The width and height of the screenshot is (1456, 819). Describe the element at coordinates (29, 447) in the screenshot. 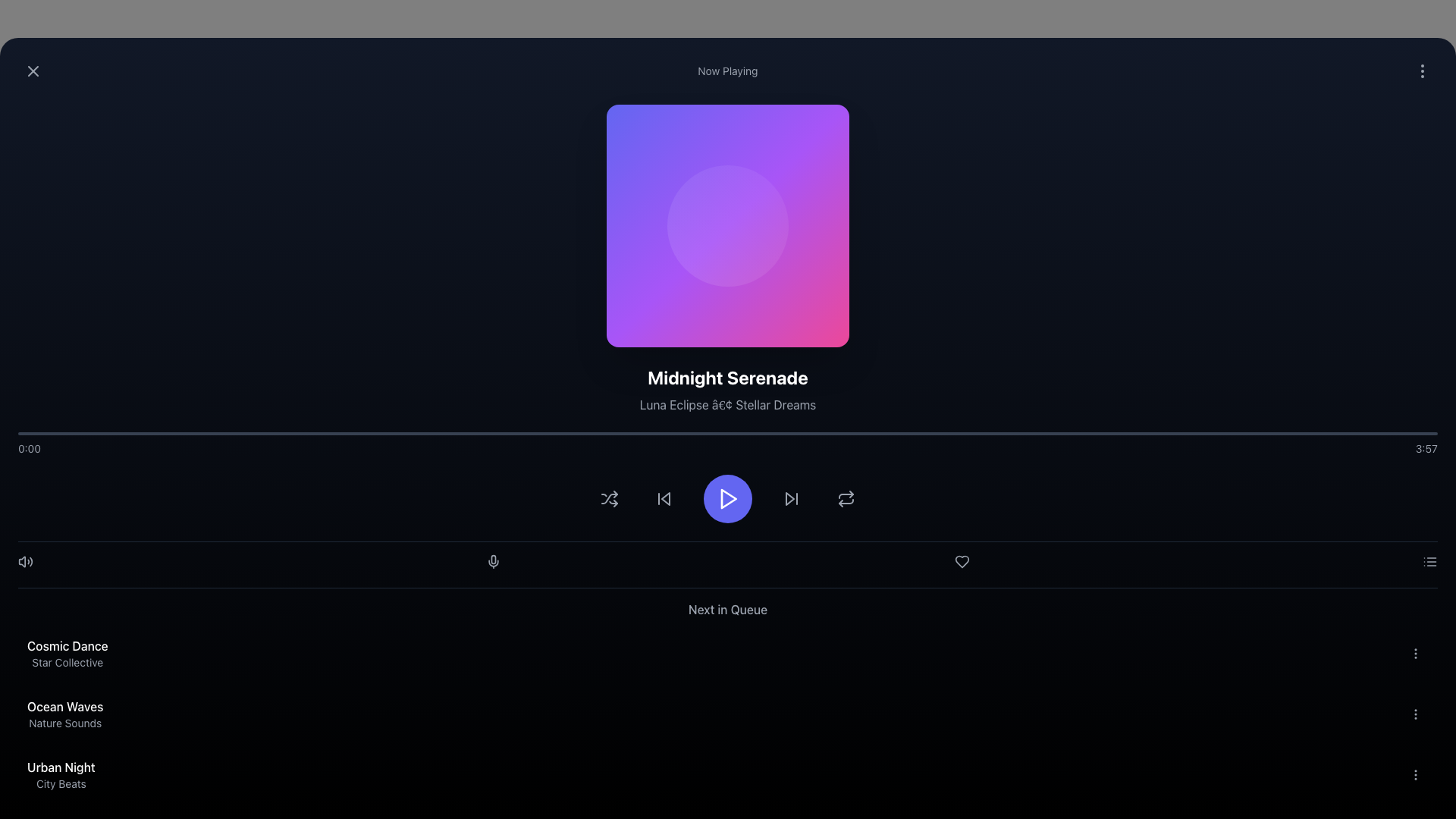

I see `the Text Label that indicates the current playback time in the media player, displaying '0:00', located at the bottom section of the interface` at that location.